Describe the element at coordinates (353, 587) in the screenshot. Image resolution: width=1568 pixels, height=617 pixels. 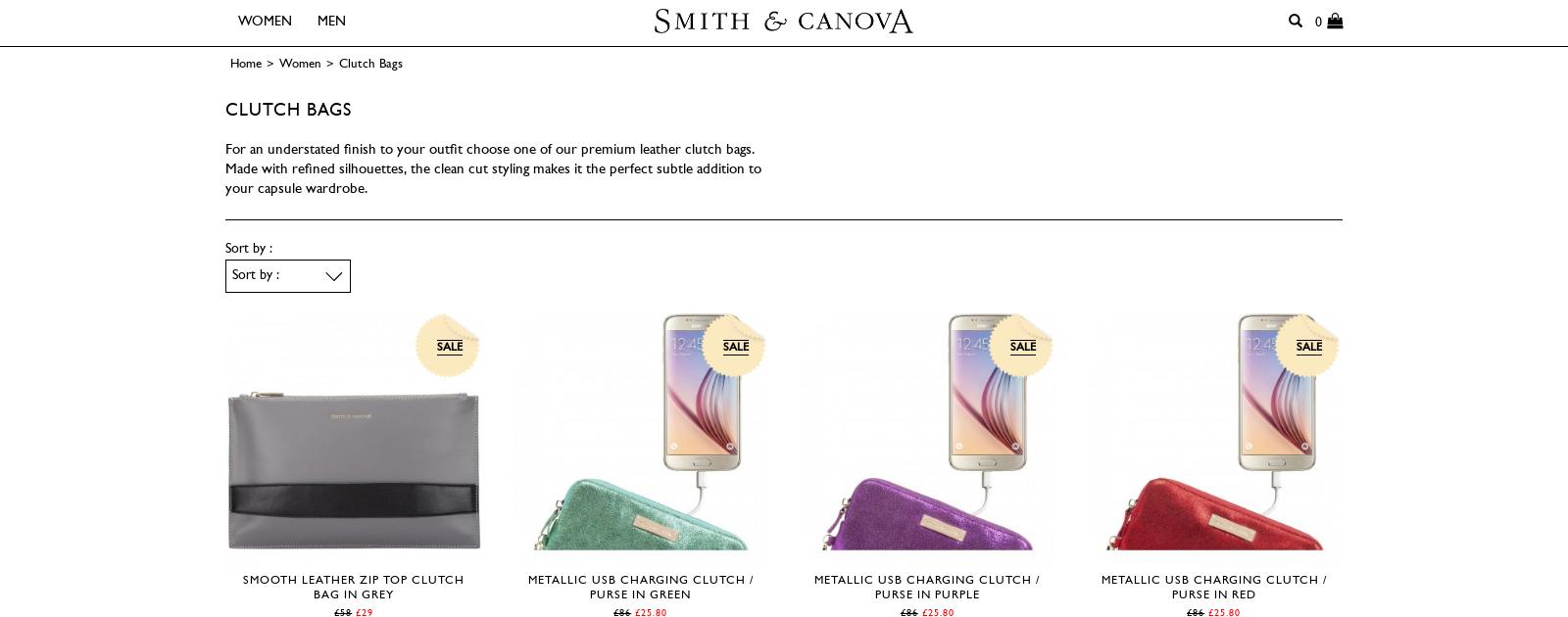
I see `'Smooth Leather Zip Top Clutch Bag in Grey'` at that location.